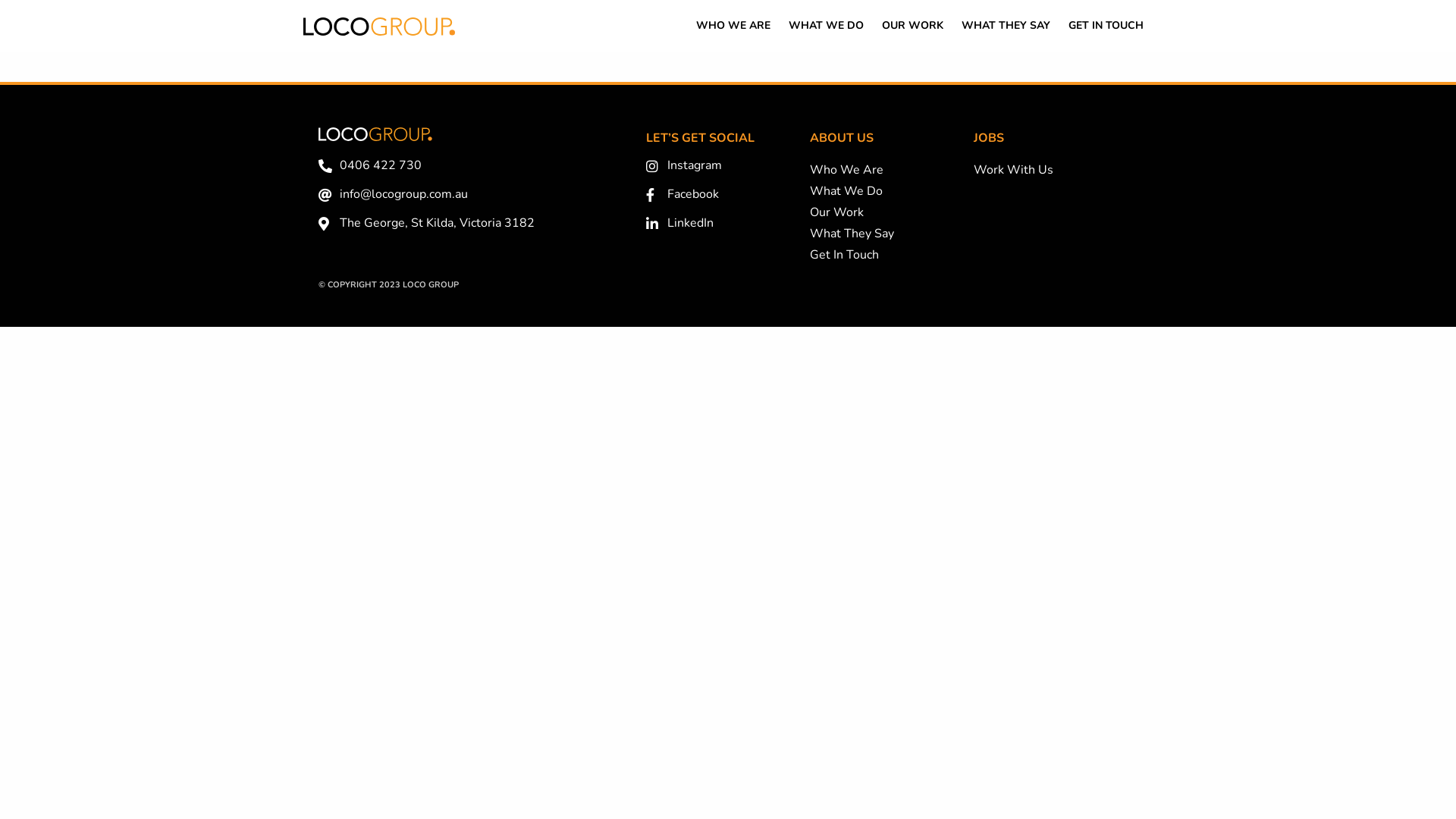 The width and height of the screenshot is (1456, 819). I want to click on 'GET IN TOUCH', so click(1106, 26).